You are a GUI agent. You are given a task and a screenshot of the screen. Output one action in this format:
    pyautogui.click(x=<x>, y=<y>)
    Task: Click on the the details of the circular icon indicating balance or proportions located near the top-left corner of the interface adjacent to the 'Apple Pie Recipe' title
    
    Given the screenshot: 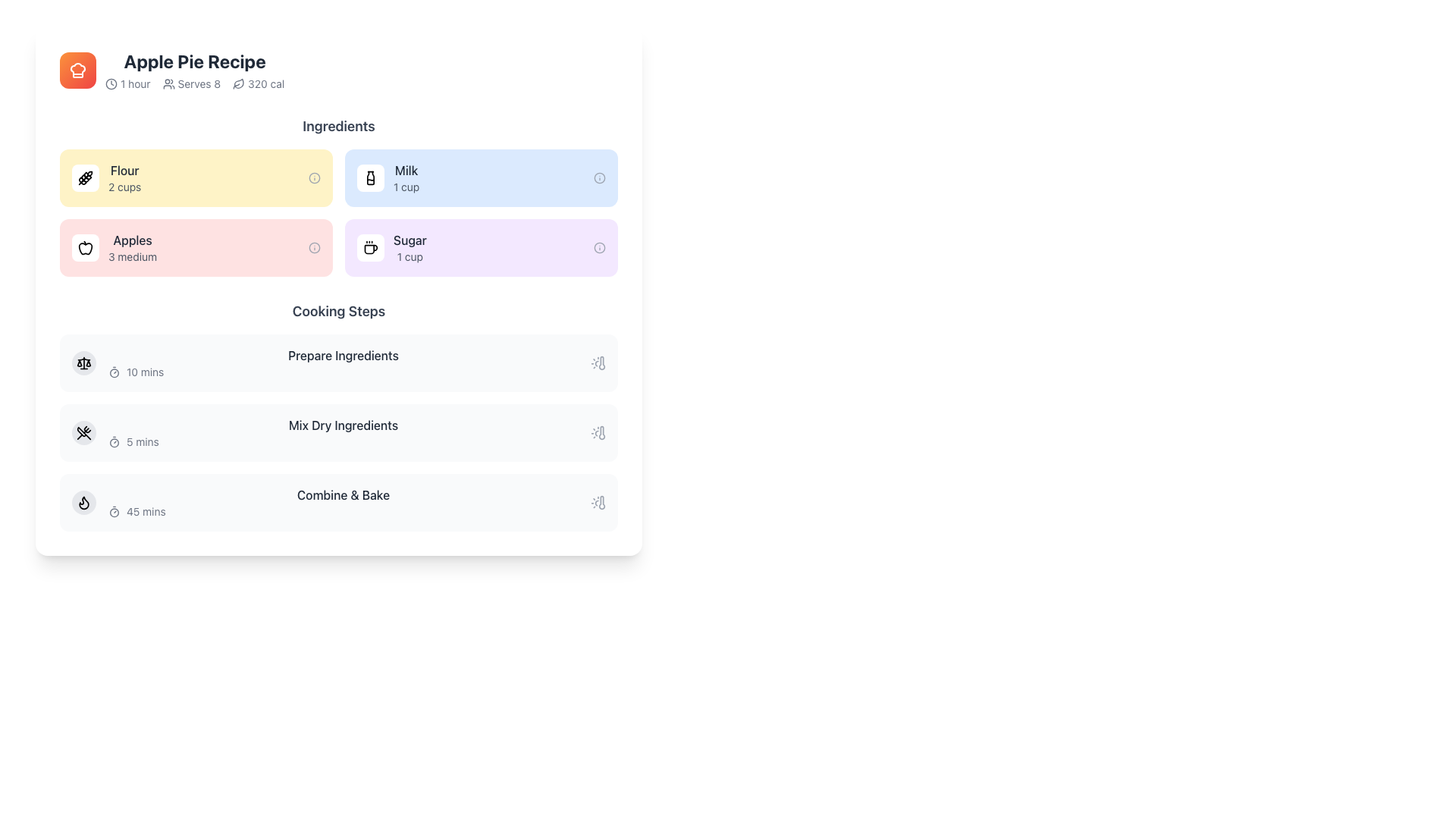 What is the action you would take?
    pyautogui.click(x=83, y=362)
    